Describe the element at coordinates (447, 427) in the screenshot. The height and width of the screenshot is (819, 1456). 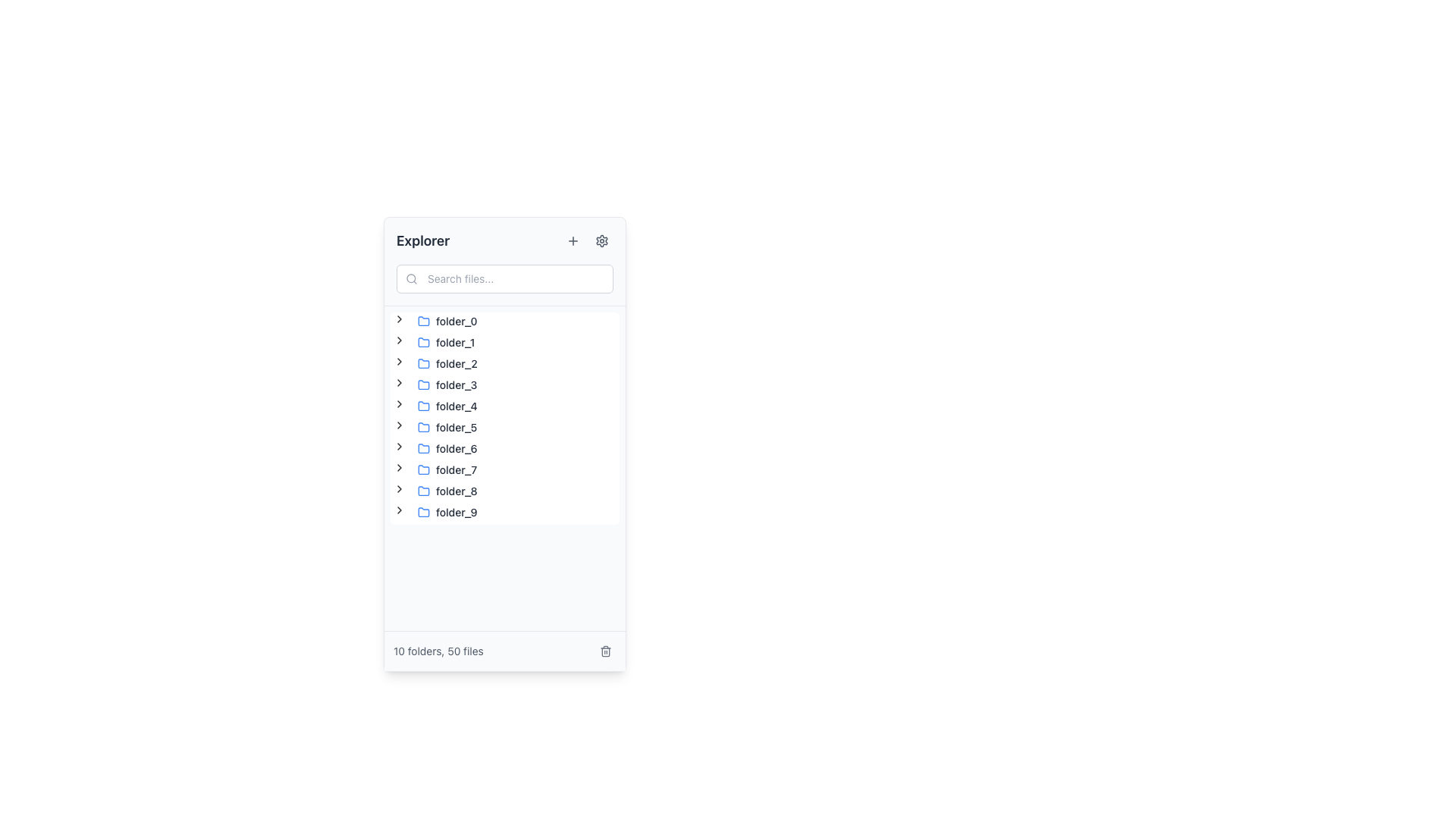
I see `the 'folder_5' entry in the file explorer panel` at that location.